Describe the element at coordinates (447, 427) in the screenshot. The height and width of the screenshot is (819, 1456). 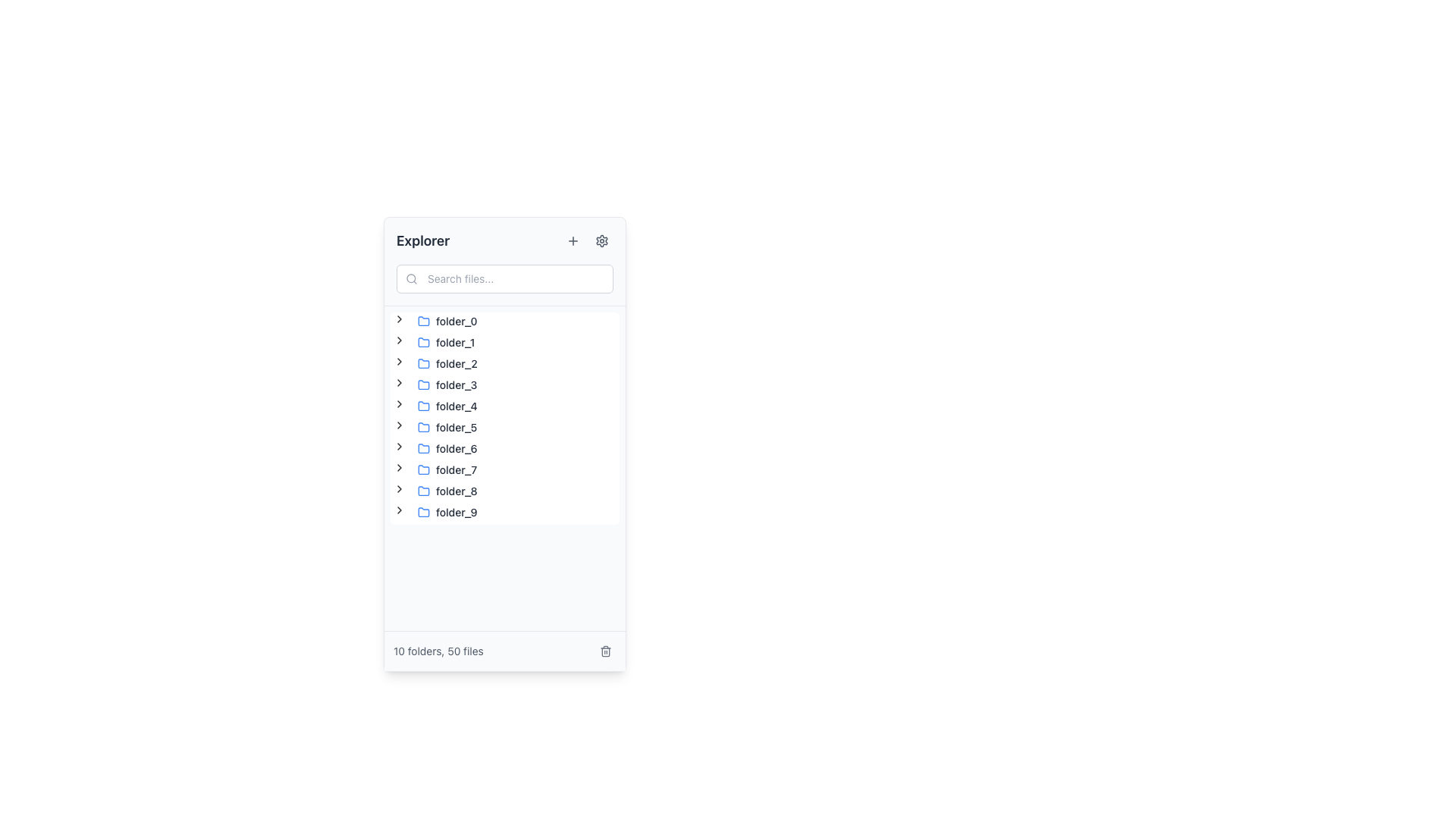
I see `the 'folder_5' entry in the file explorer panel` at that location.